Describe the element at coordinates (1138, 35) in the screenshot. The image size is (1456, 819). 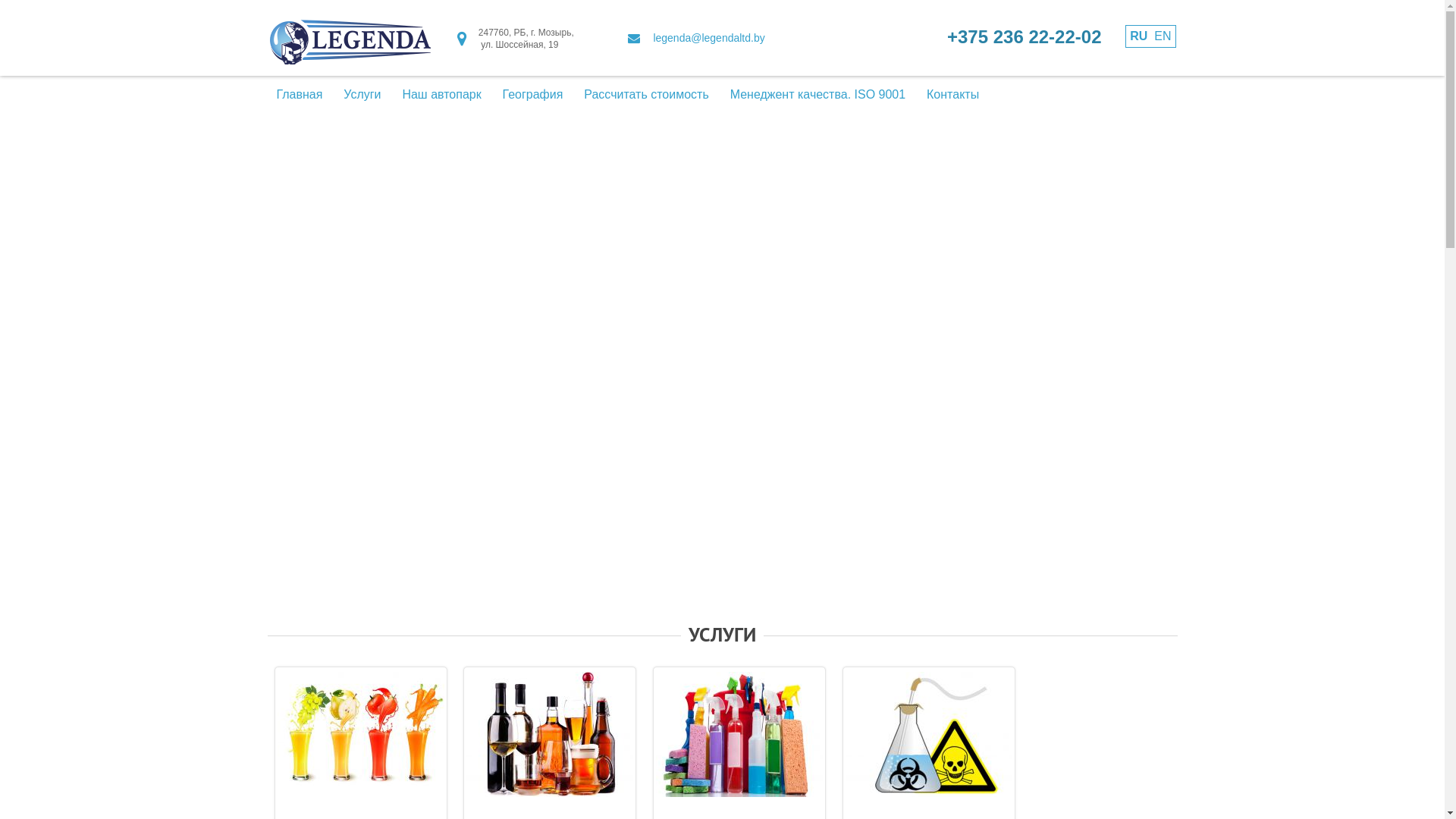
I see `'RU'` at that location.